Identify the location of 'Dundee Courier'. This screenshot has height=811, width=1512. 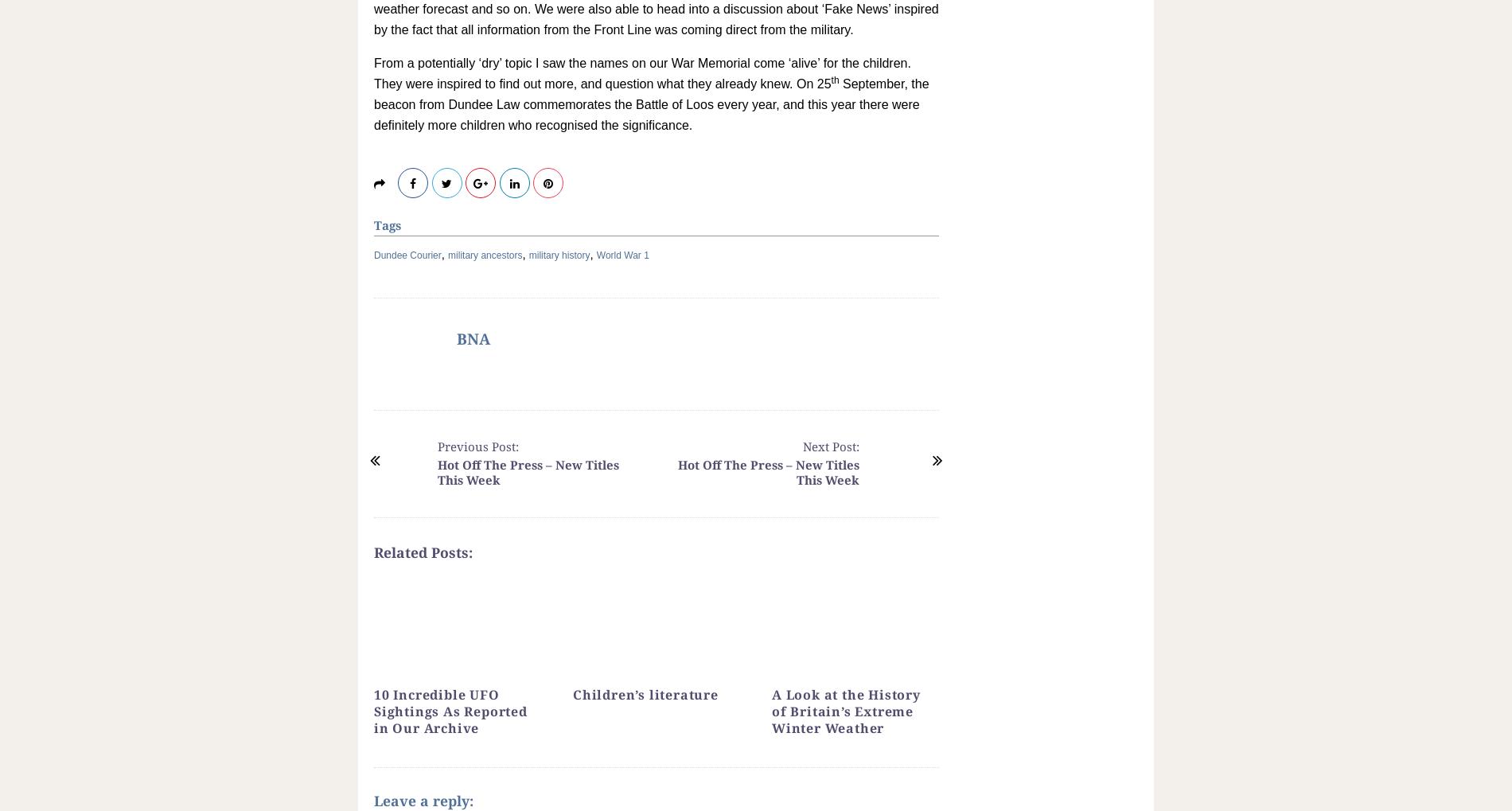
(407, 254).